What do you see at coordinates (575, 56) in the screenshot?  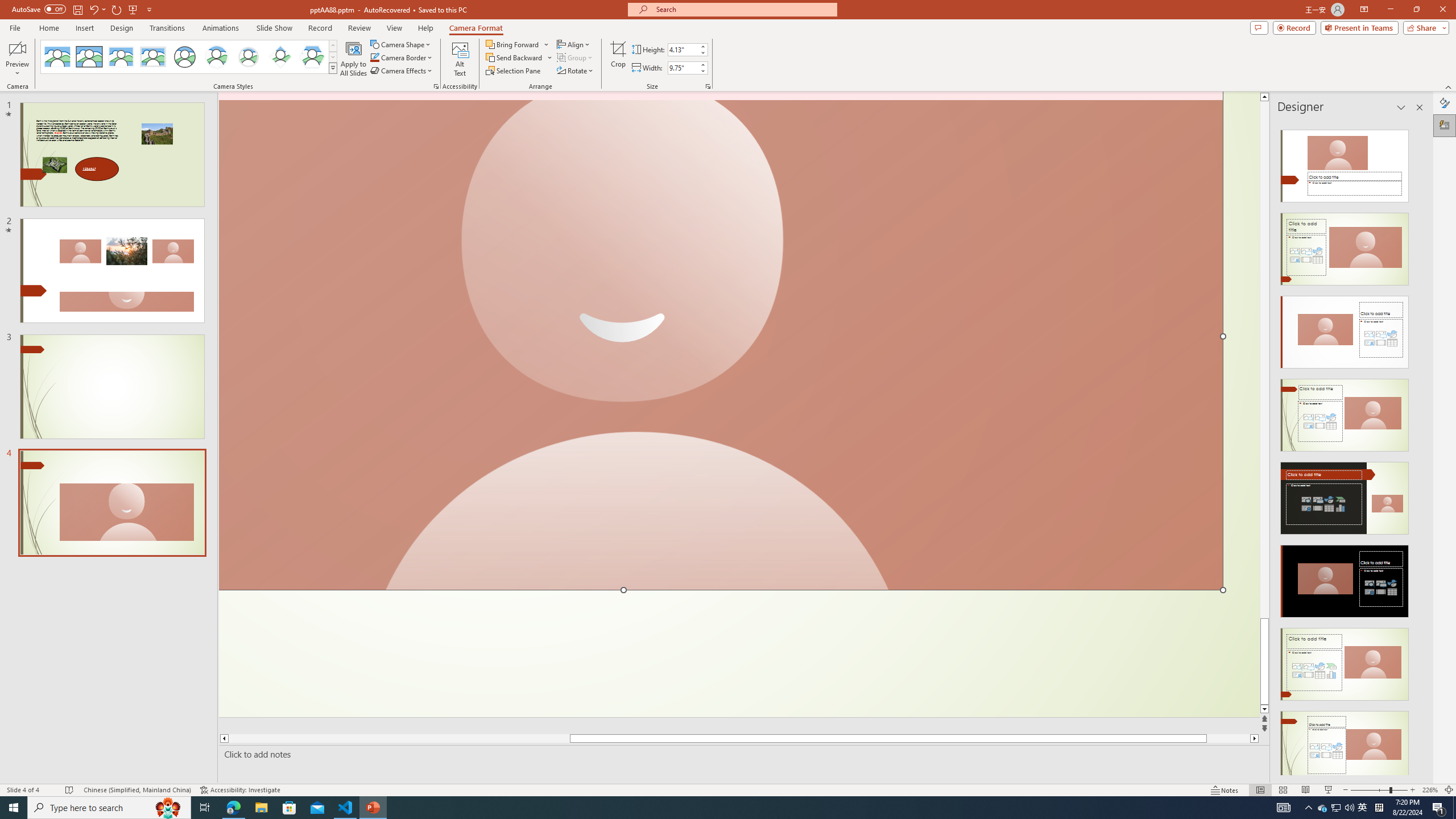 I see `'Group'` at bounding box center [575, 56].